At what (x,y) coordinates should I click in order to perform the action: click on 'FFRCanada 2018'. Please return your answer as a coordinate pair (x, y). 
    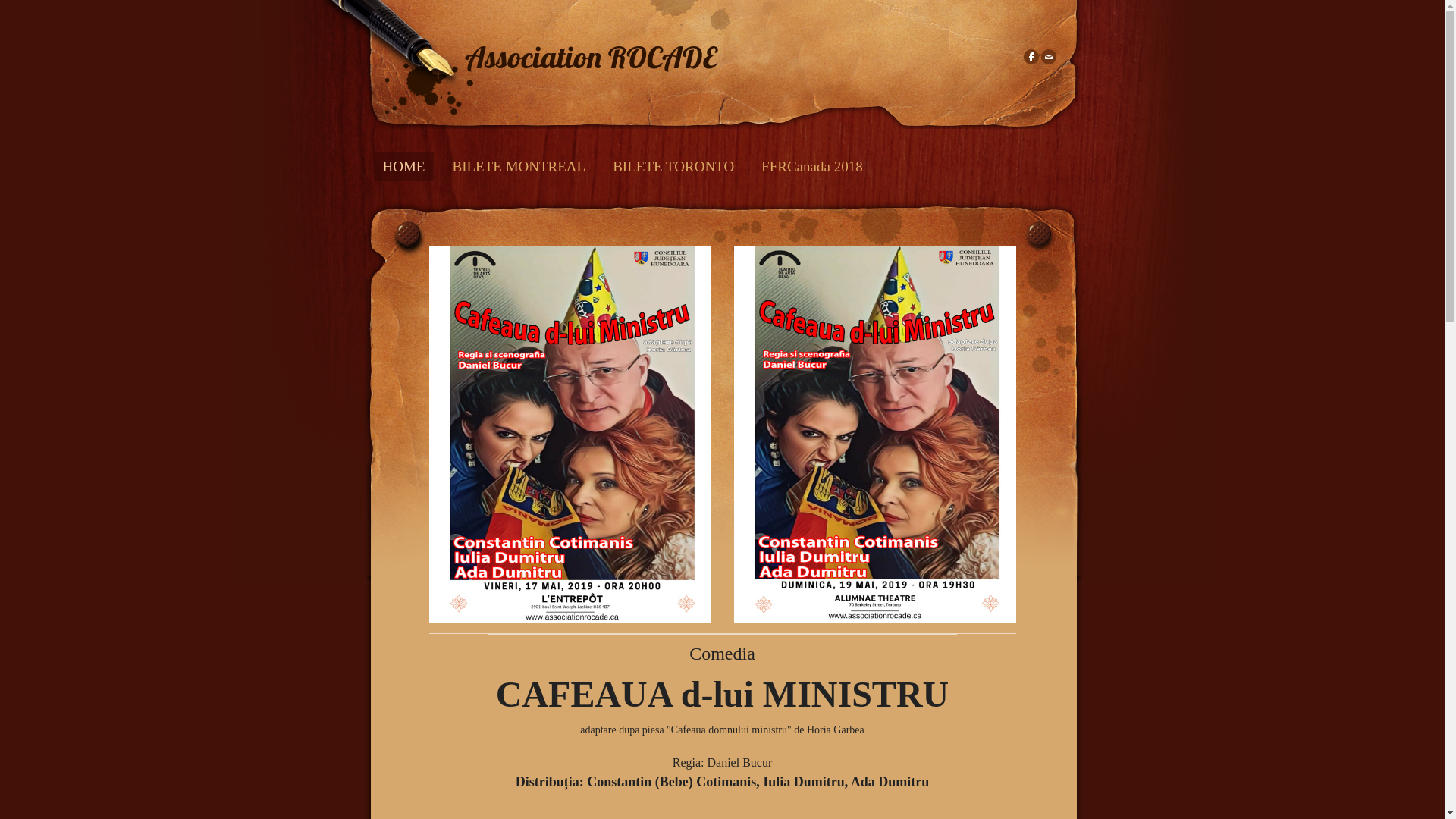
    Looking at the image, I should click on (811, 166).